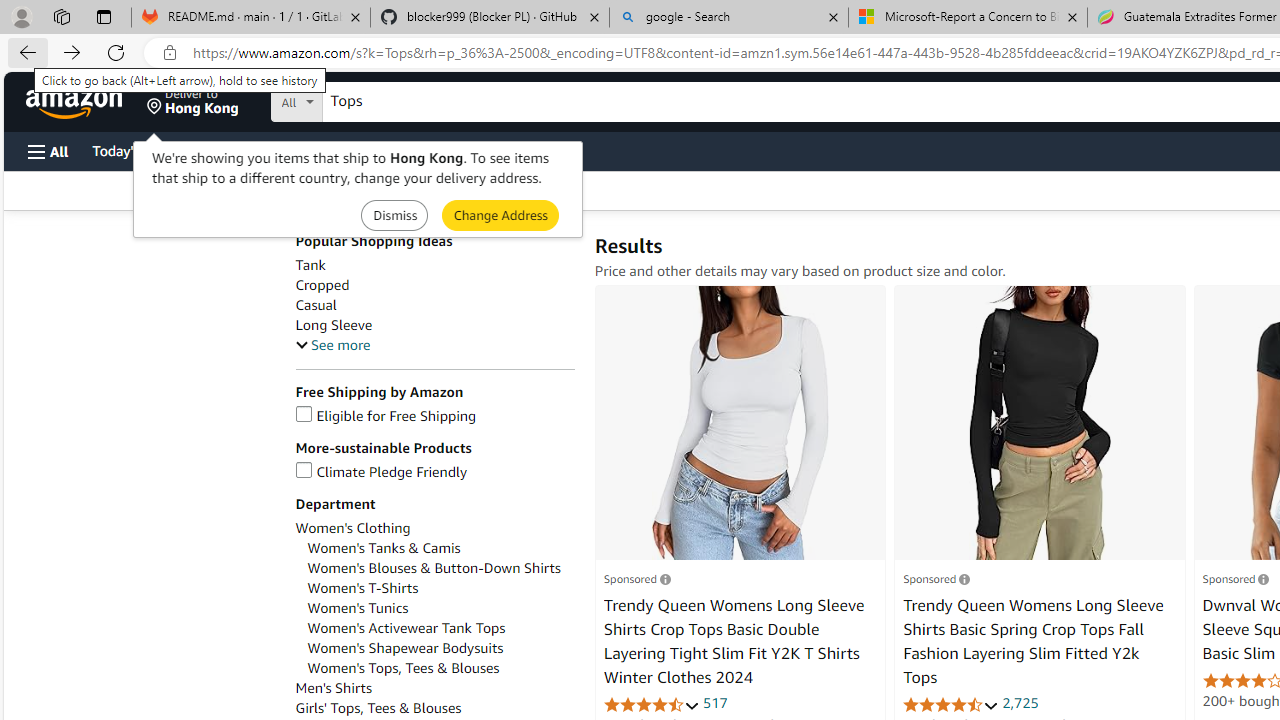 The height and width of the screenshot is (720, 1280). I want to click on 'Today', so click(133, 149).